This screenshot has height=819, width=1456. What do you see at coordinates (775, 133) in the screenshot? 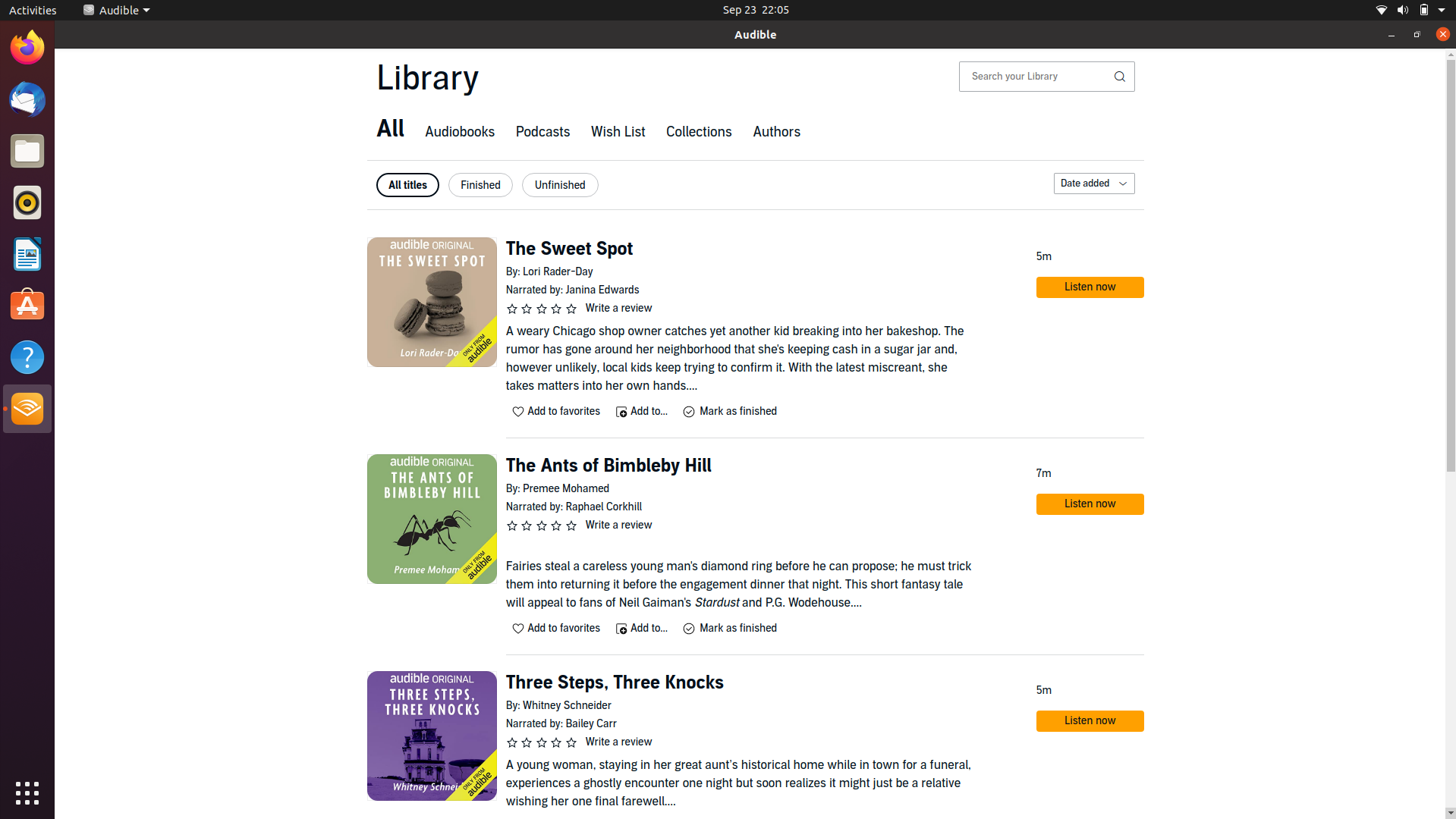
I see `"Authors" section` at bounding box center [775, 133].